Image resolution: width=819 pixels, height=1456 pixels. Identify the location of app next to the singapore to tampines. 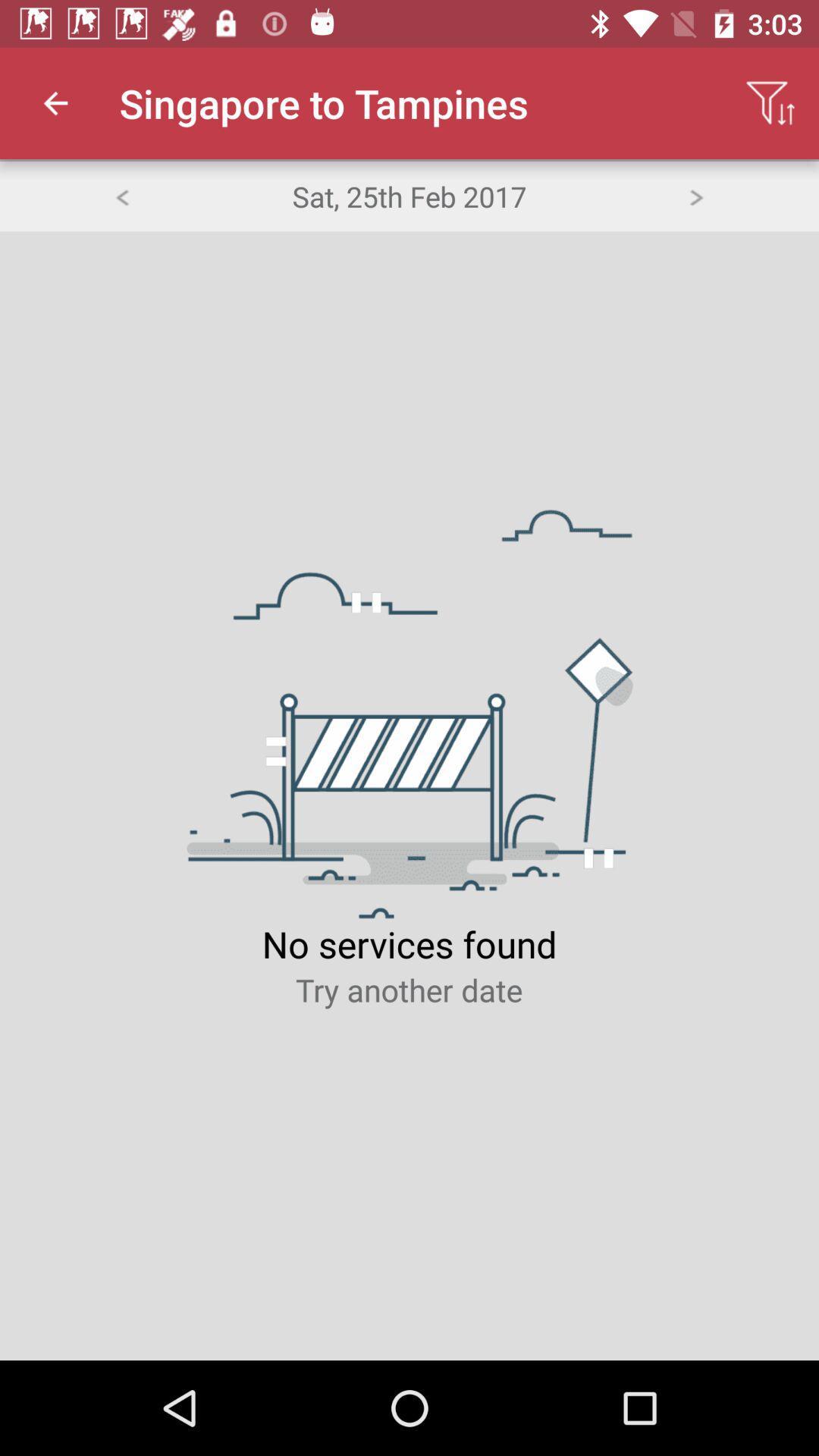
(55, 102).